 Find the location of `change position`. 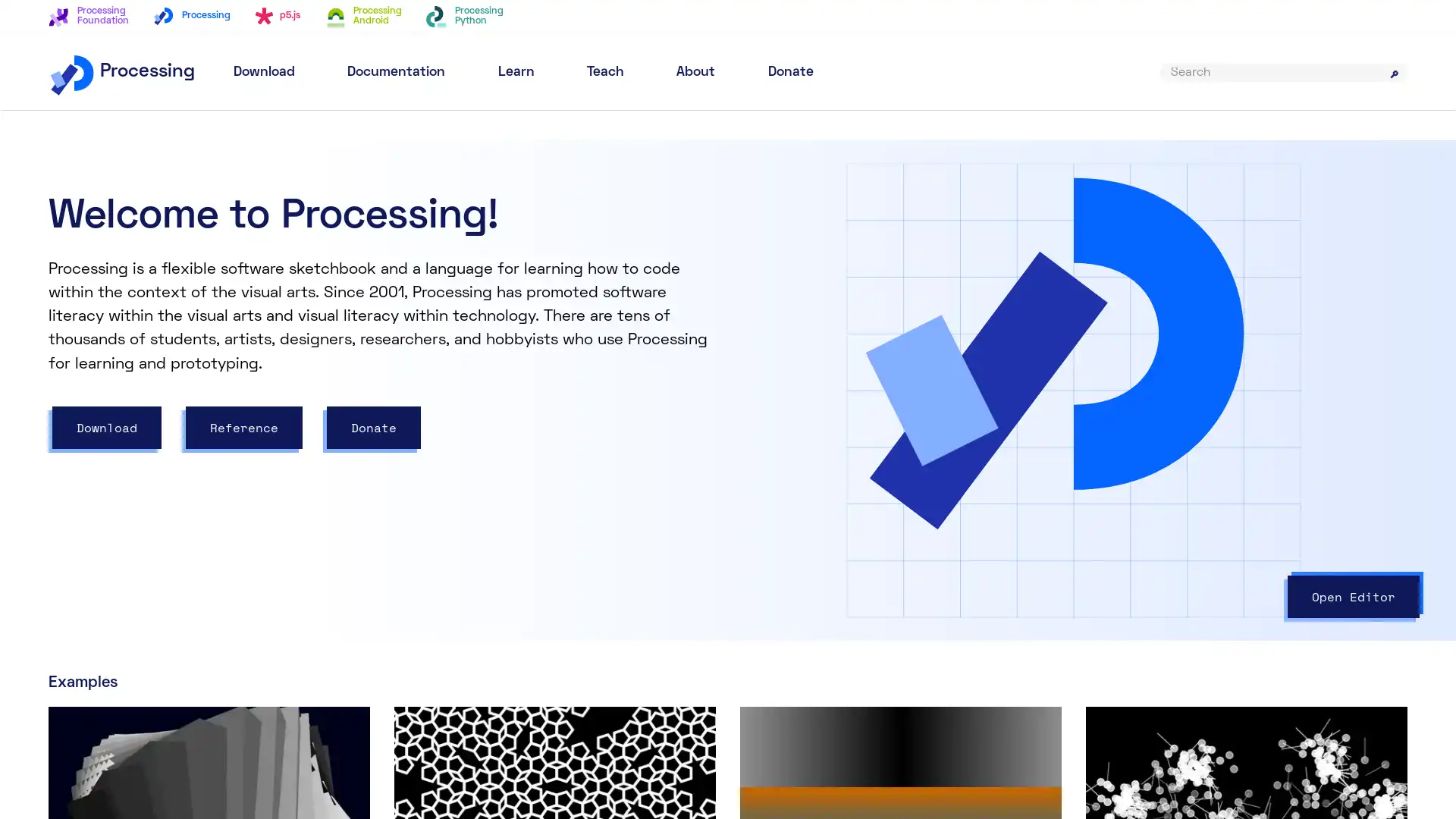

change position is located at coordinates (898, 503).